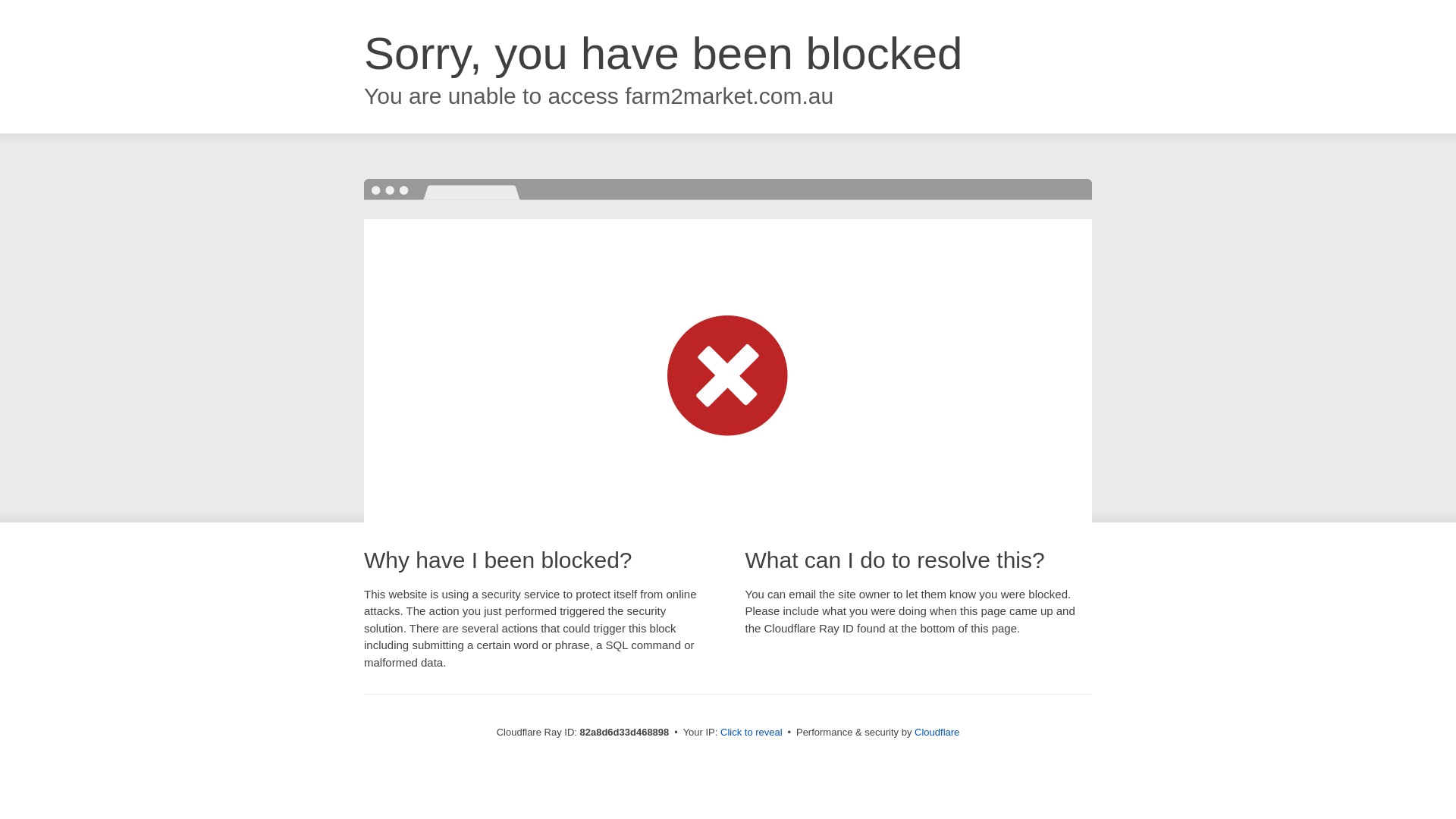  What do you see at coordinates (751, 731) in the screenshot?
I see `'Click to reveal'` at bounding box center [751, 731].